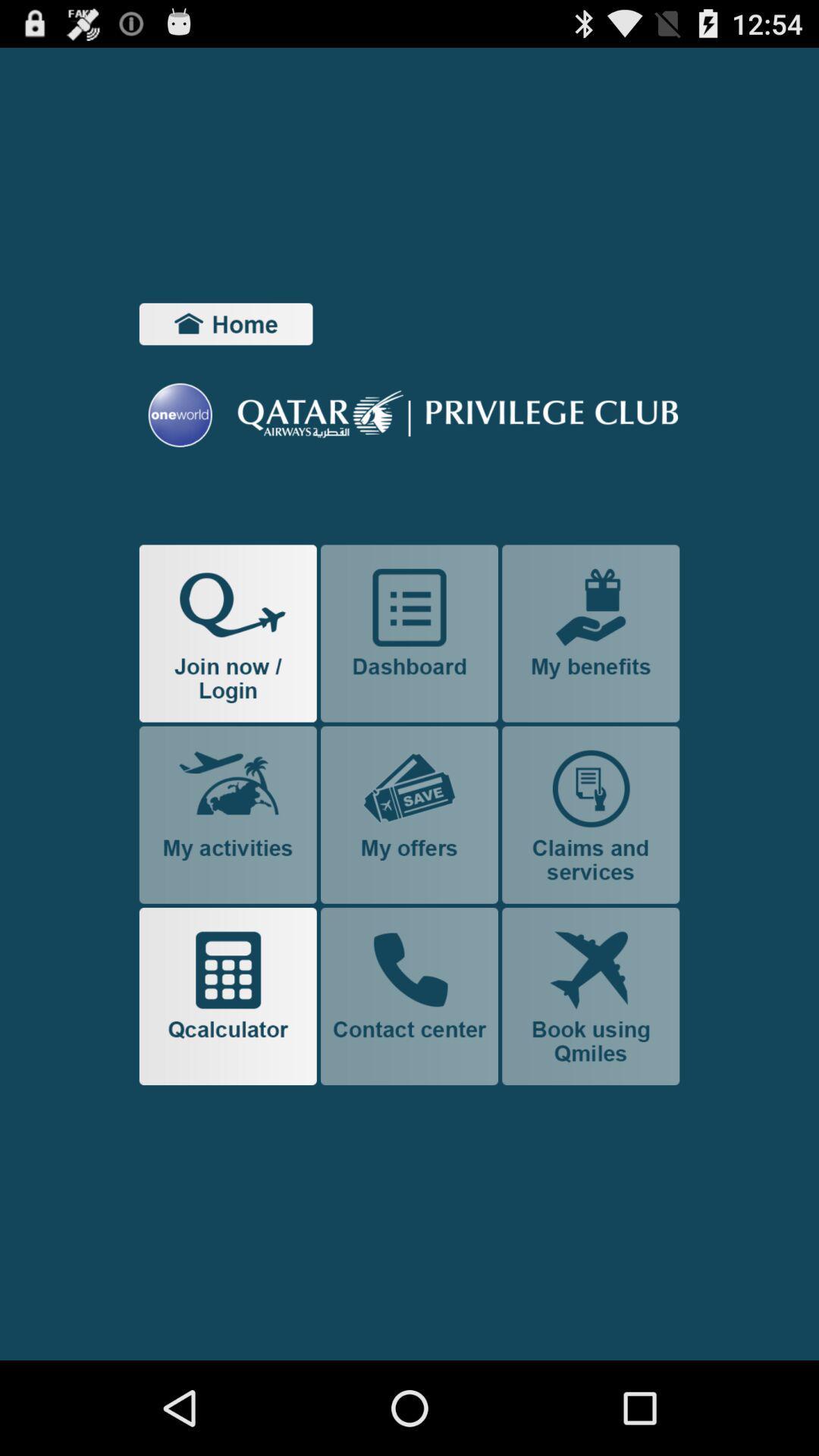  Describe the element at coordinates (226, 323) in the screenshot. I see `home button` at that location.